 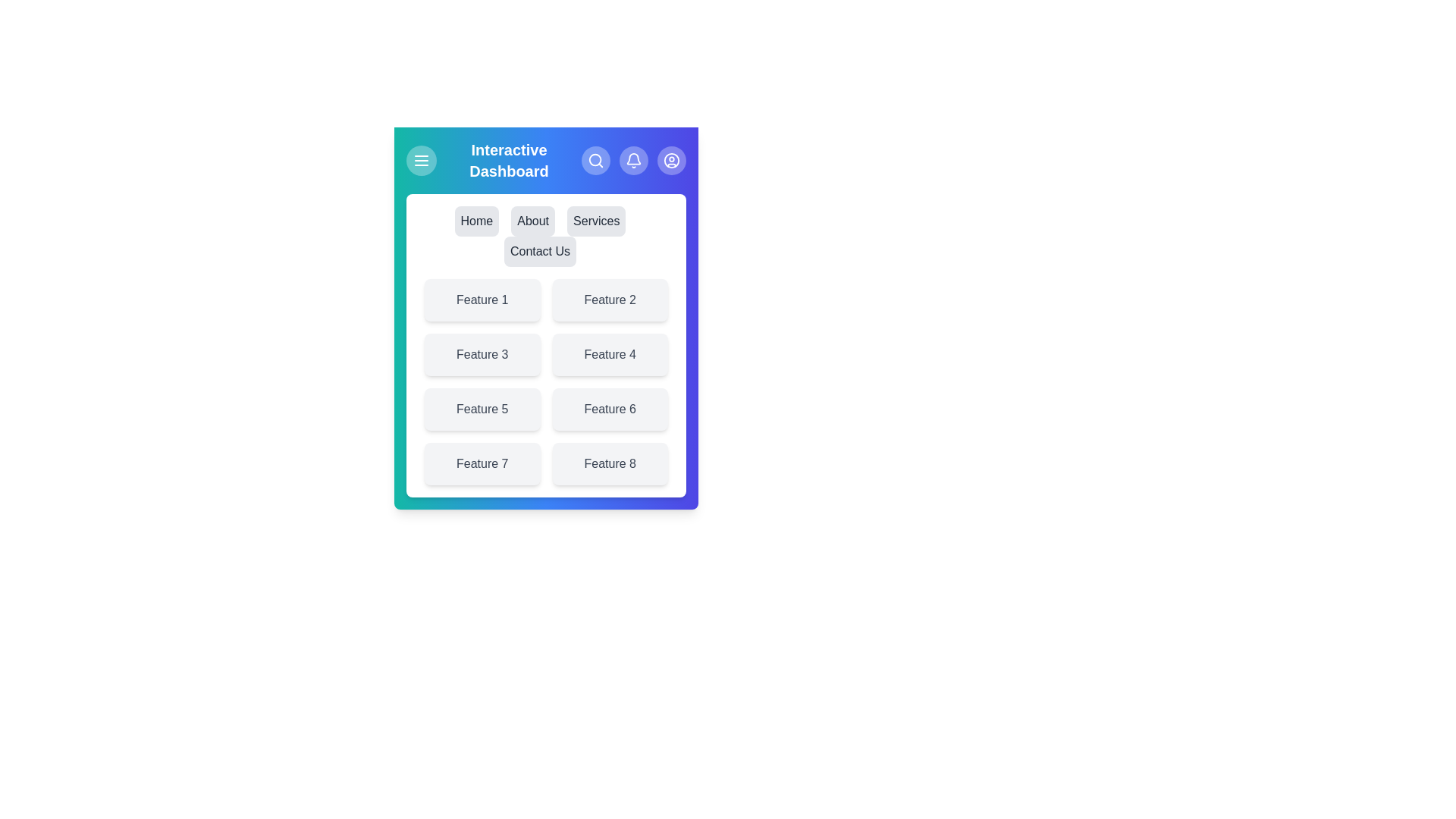 What do you see at coordinates (533, 221) in the screenshot?
I see `the menu item labeled About to navigate to the respective page` at bounding box center [533, 221].